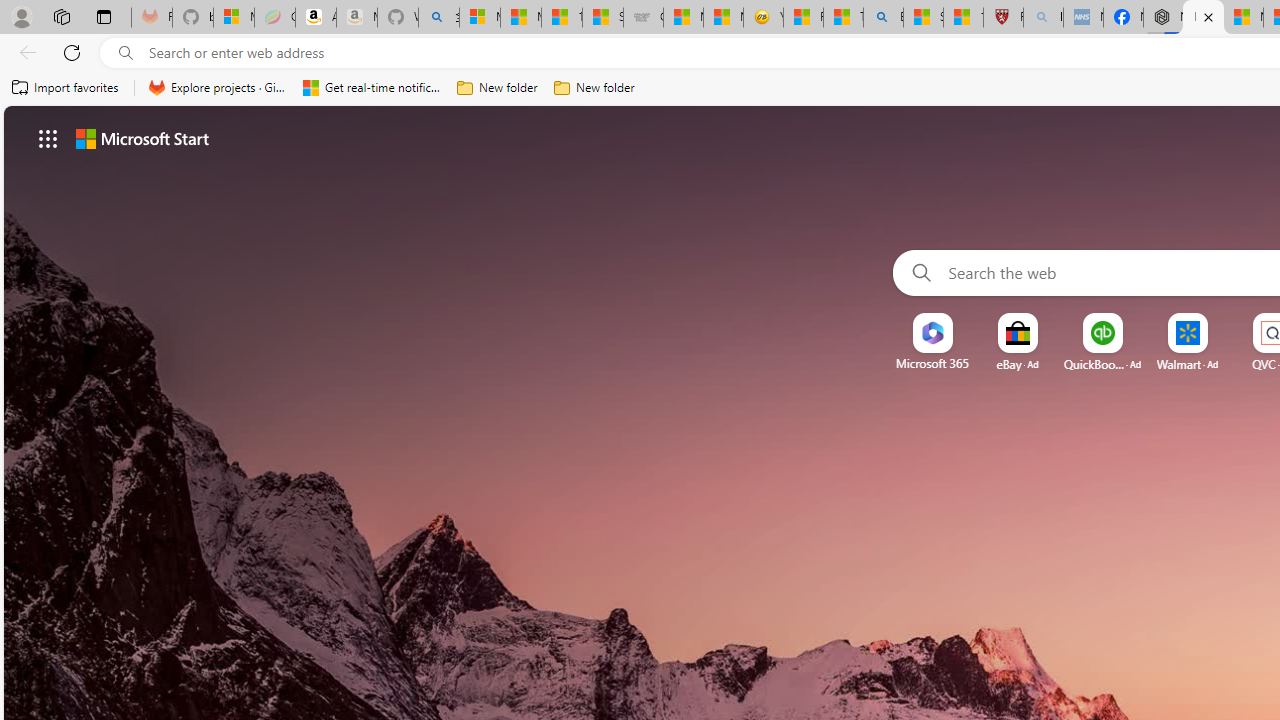  Describe the element at coordinates (65, 87) in the screenshot. I see `'Import favorites'` at that location.